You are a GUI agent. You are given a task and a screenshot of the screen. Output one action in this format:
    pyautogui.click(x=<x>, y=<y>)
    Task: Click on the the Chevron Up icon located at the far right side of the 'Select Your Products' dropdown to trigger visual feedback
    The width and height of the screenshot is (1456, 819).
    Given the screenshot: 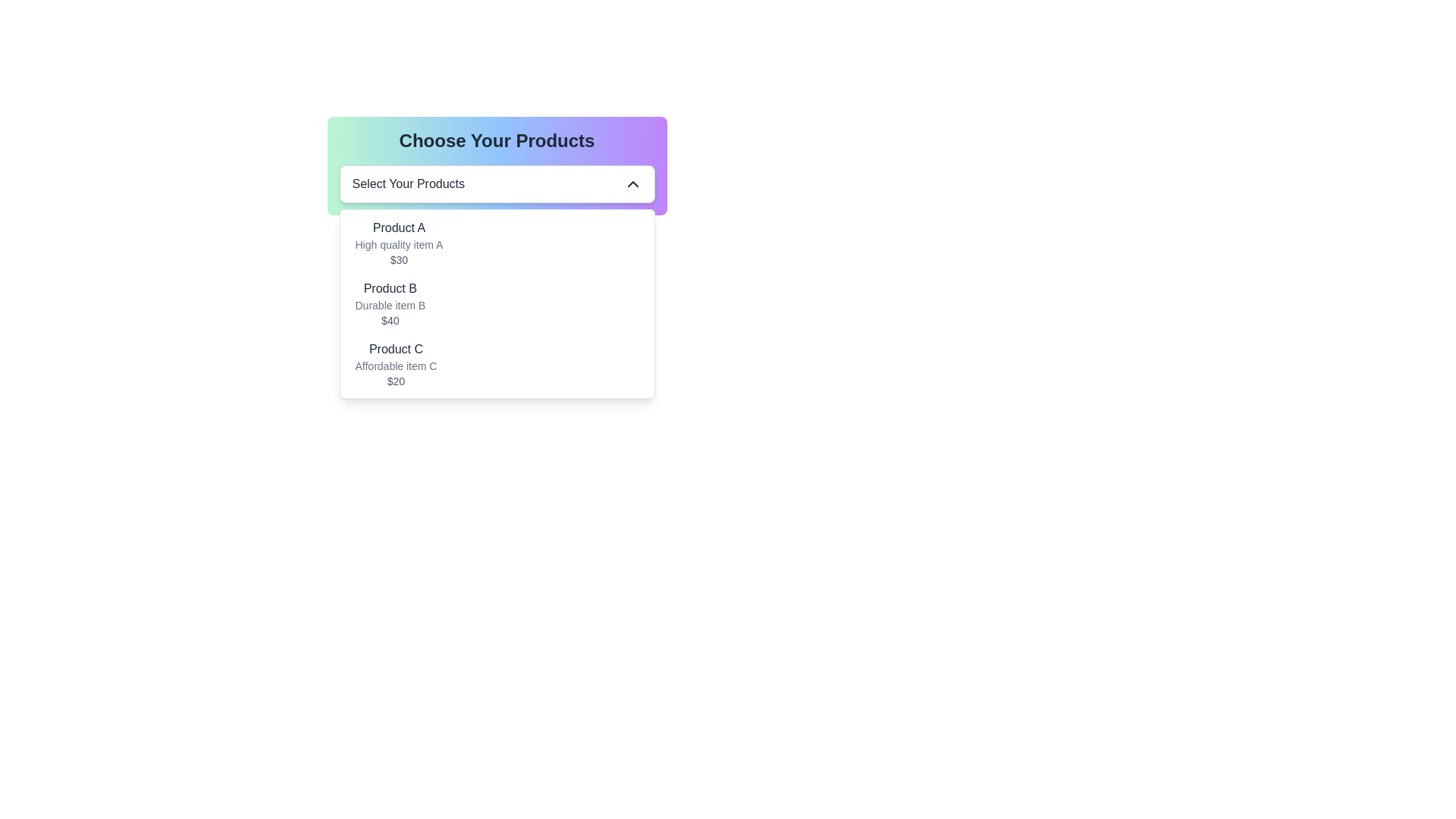 What is the action you would take?
    pyautogui.click(x=632, y=184)
    